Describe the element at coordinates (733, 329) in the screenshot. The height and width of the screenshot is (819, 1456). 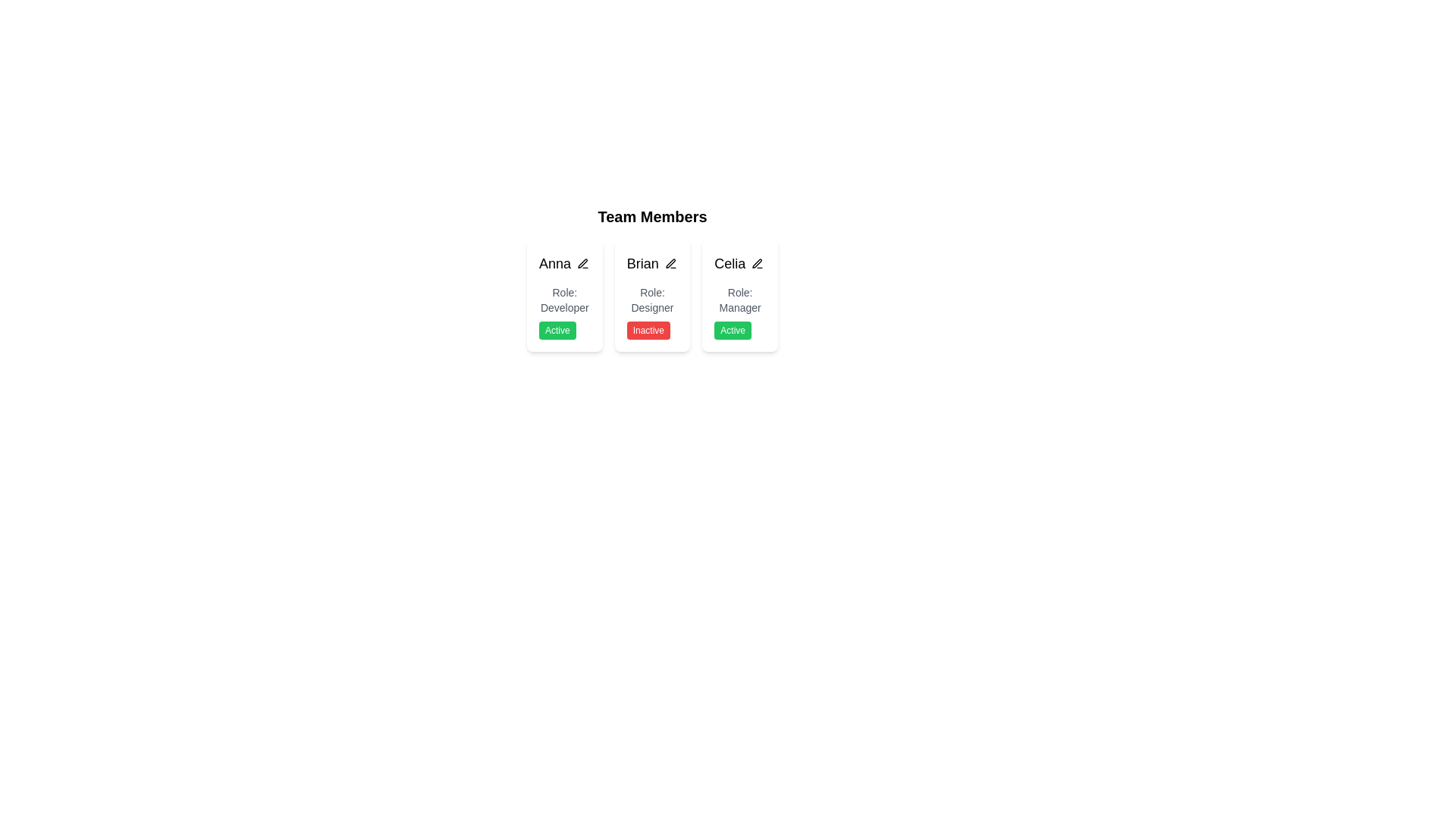
I see `the Status indicator badge that shows the current status as 'Active' for the profile labeled 'Celia' and 'Role: Manager'` at that location.